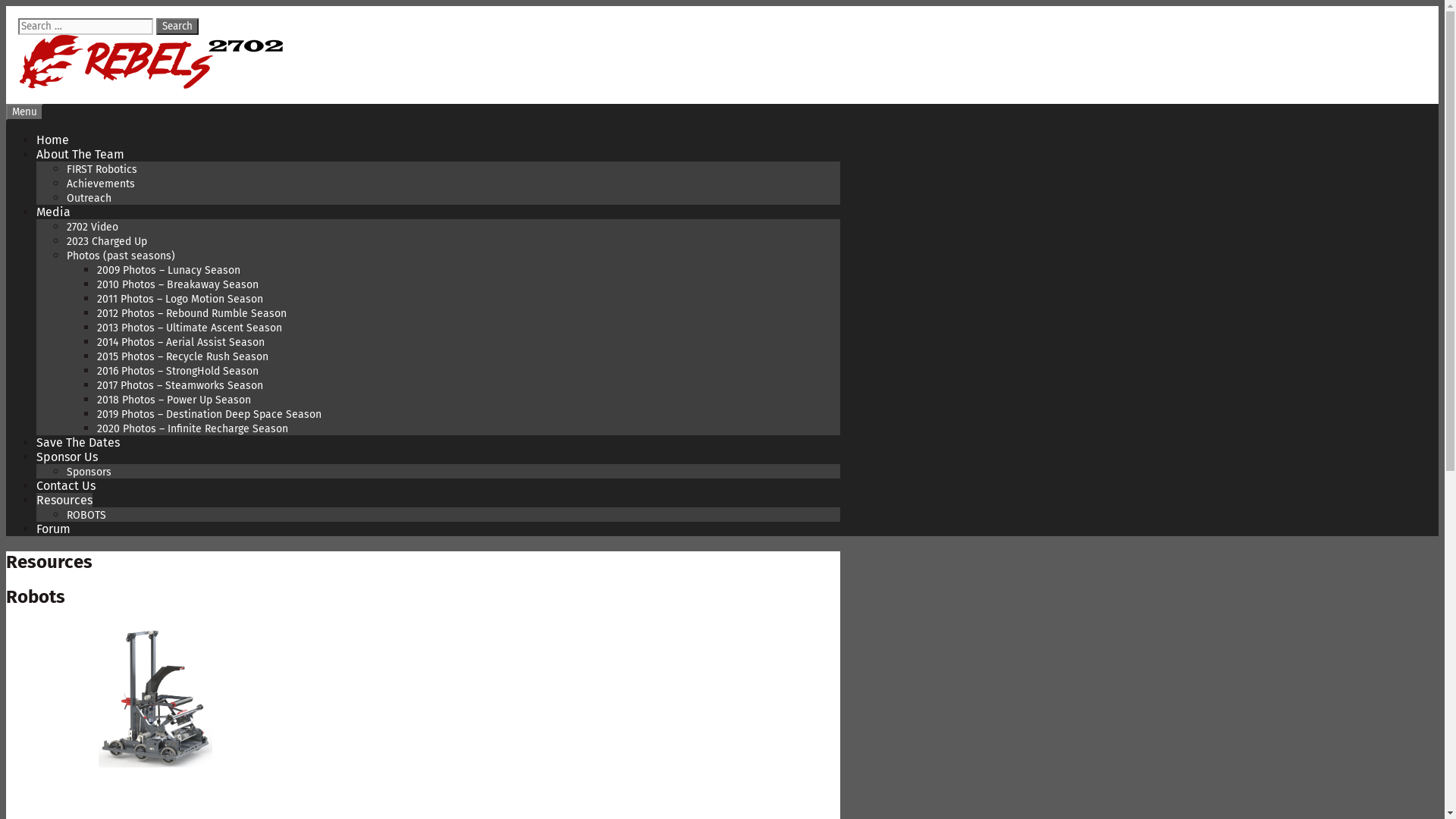  What do you see at coordinates (151, 84) in the screenshot?
I see `'2702 Rebels'` at bounding box center [151, 84].